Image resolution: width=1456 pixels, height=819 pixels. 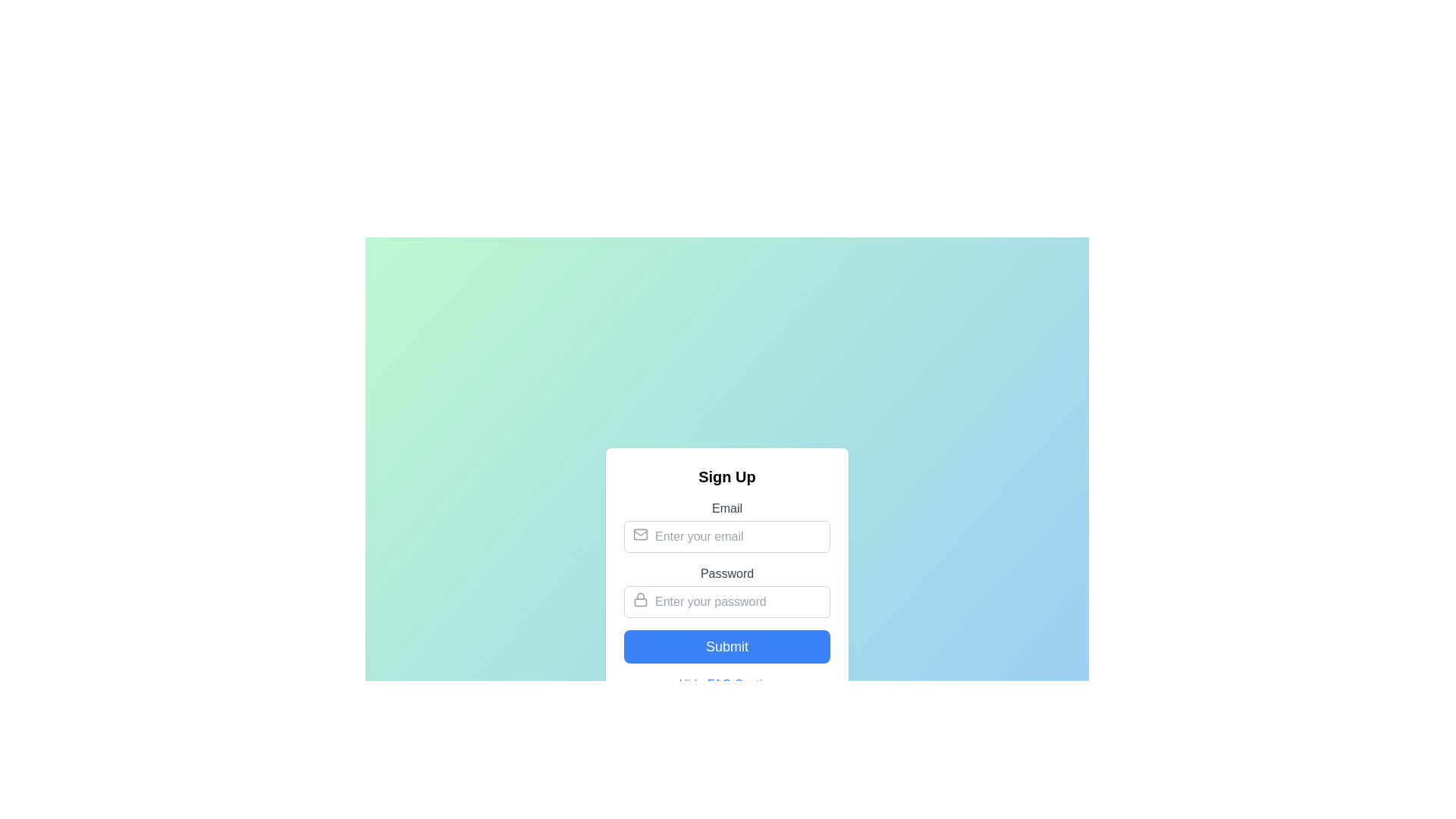 I want to click on the center of the email input field, which is a rectangular box with rounded corners and a thin gray border, located beneath the 'Email' label, so click(x=726, y=536).